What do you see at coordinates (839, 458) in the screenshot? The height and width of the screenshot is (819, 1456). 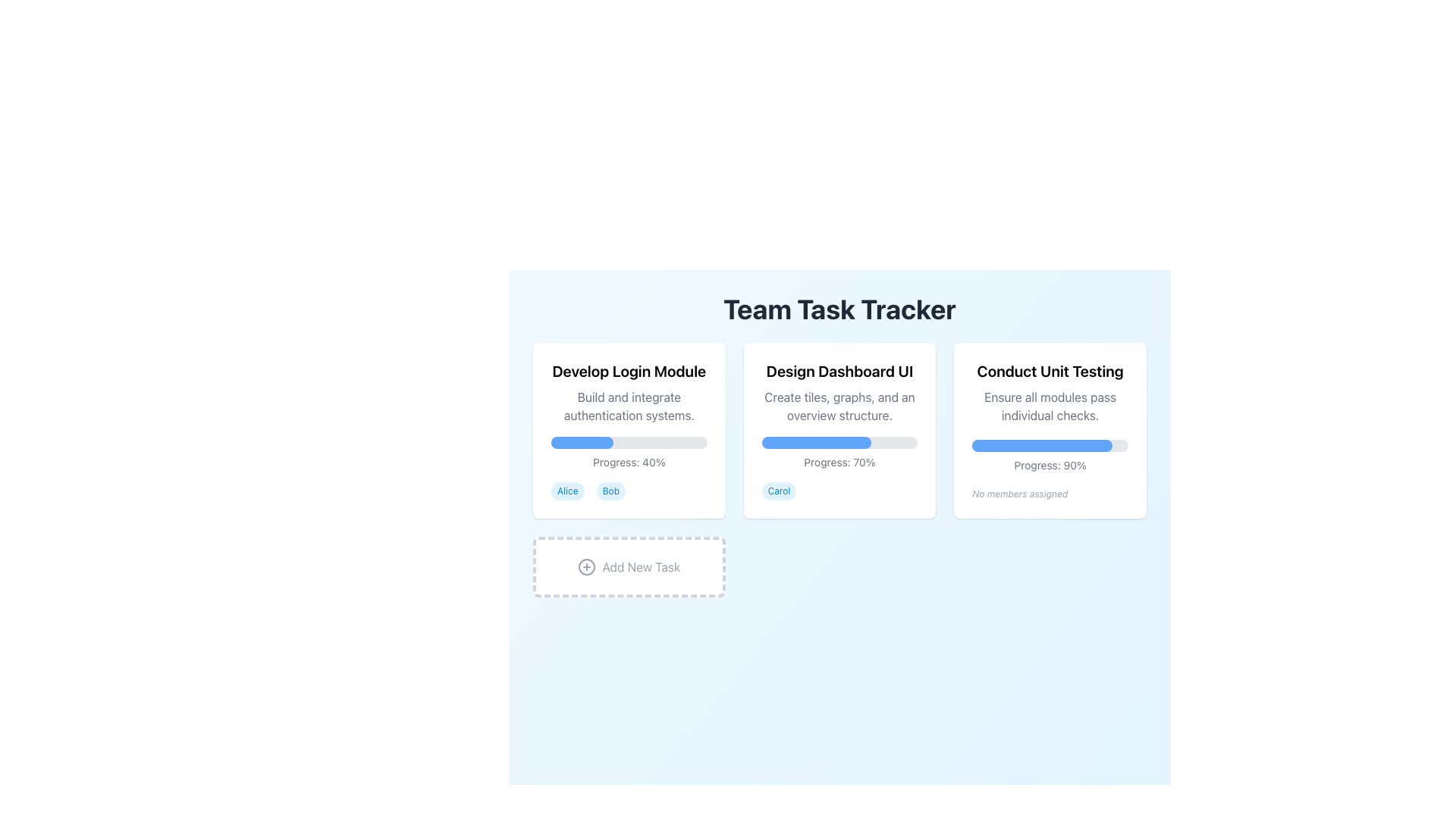 I see `the progress percentage text displayed below the blue progress bar in the 'Design Dashboard UI' card to utilize the information in decision-making` at bounding box center [839, 458].